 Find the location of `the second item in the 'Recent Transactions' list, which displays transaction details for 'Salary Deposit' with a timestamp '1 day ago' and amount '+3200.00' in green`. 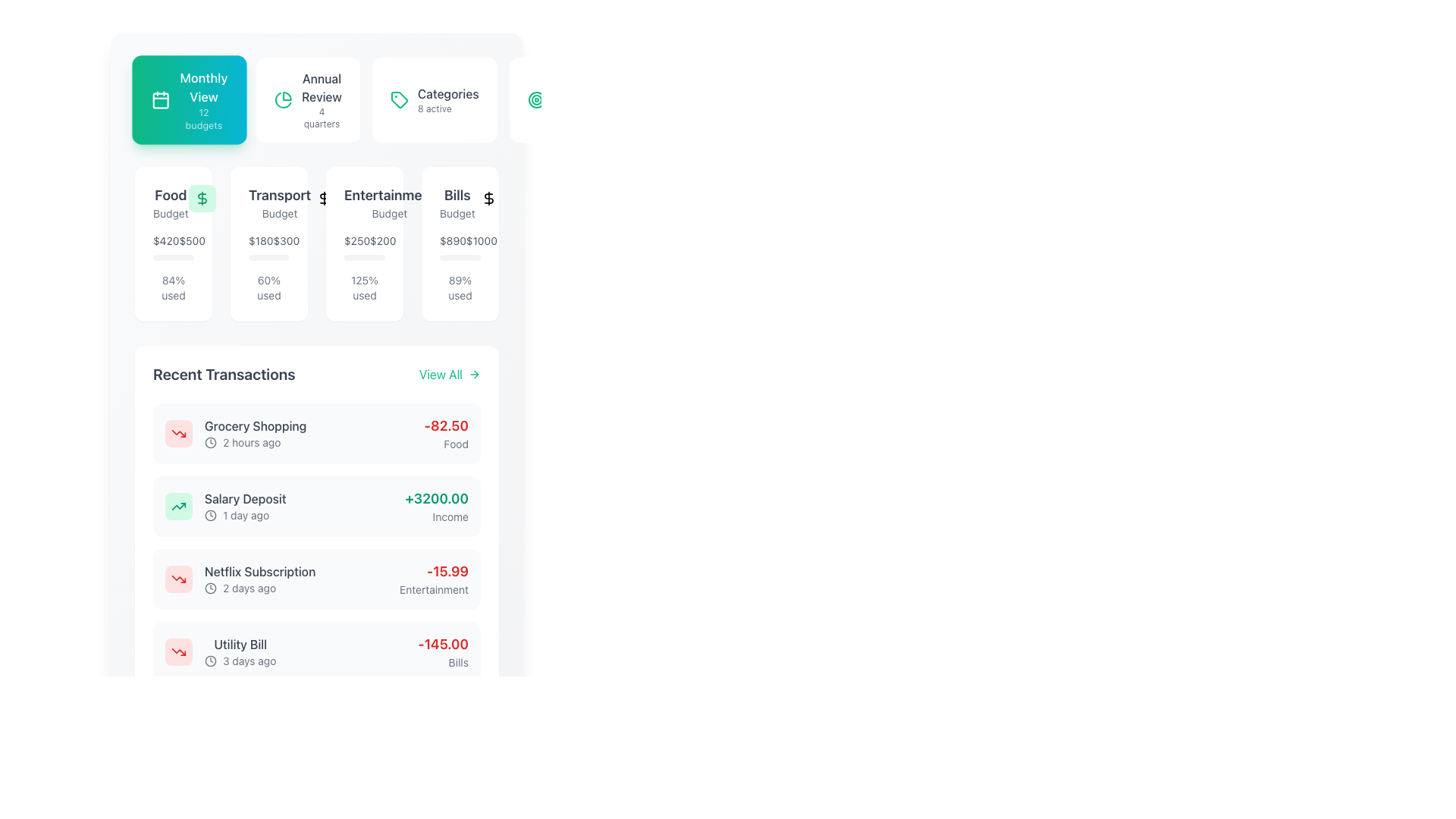

the second item in the 'Recent Transactions' list, which displays transaction details for 'Salary Deposit' with a timestamp '1 day ago' and amount '+3200.00' in green is located at coordinates (315, 506).